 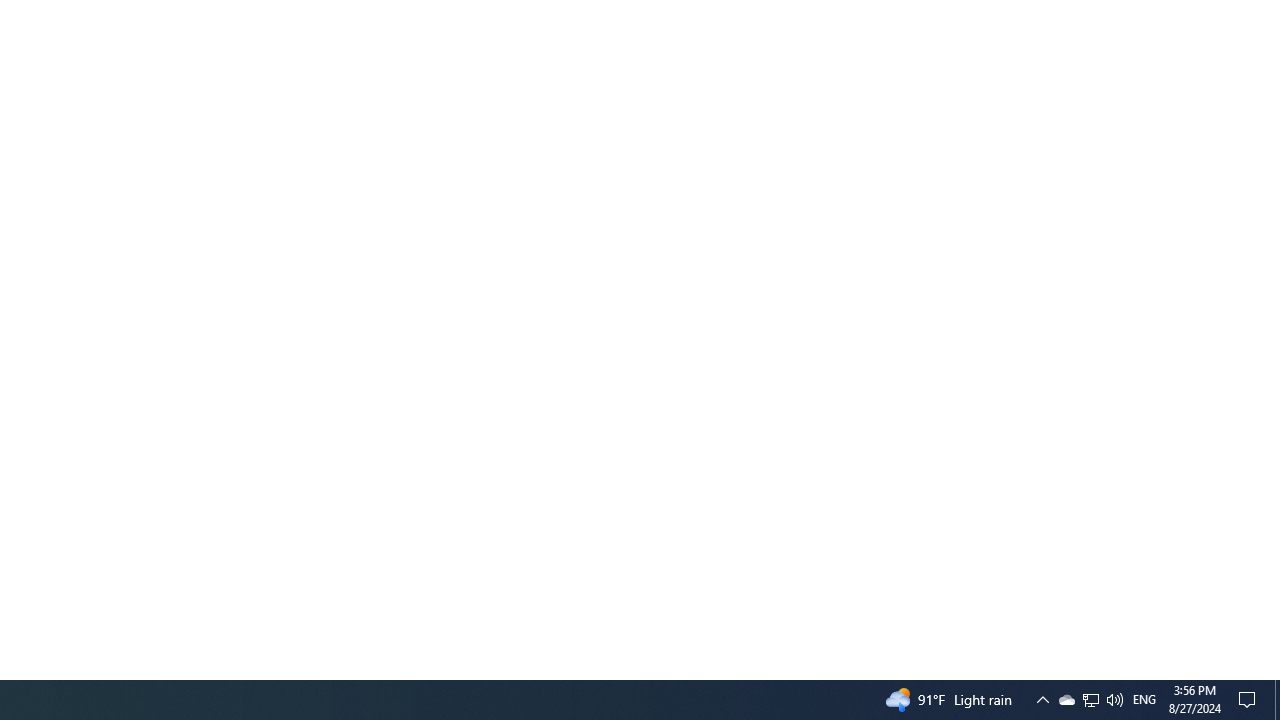 What do you see at coordinates (1250, 698) in the screenshot?
I see `'Action Center, No new notifications'` at bounding box center [1250, 698].